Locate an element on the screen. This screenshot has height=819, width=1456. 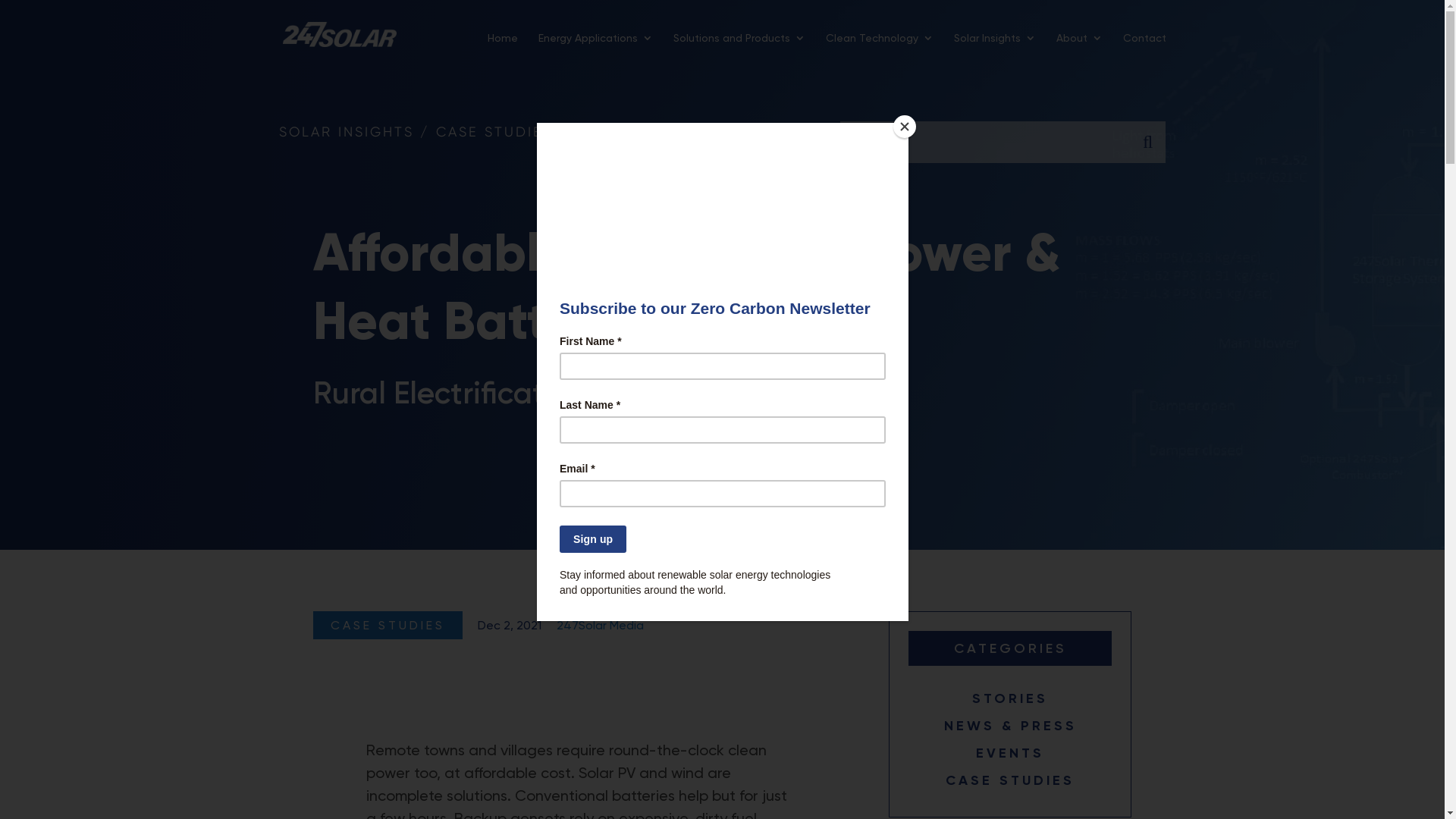
'About' is located at coordinates (1078, 49).